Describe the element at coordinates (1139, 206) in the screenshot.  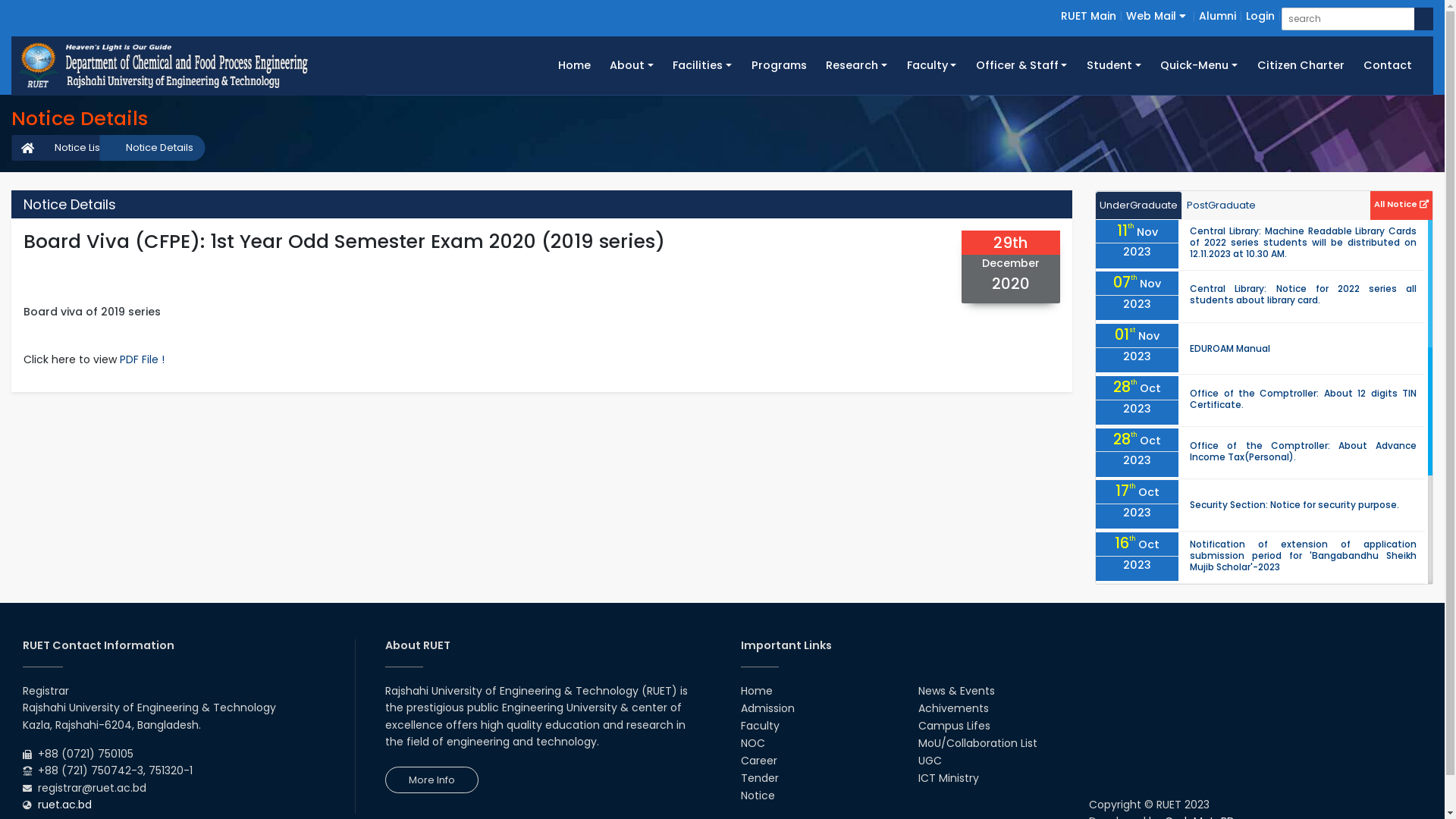
I see `'UnderGraduate'` at that location.